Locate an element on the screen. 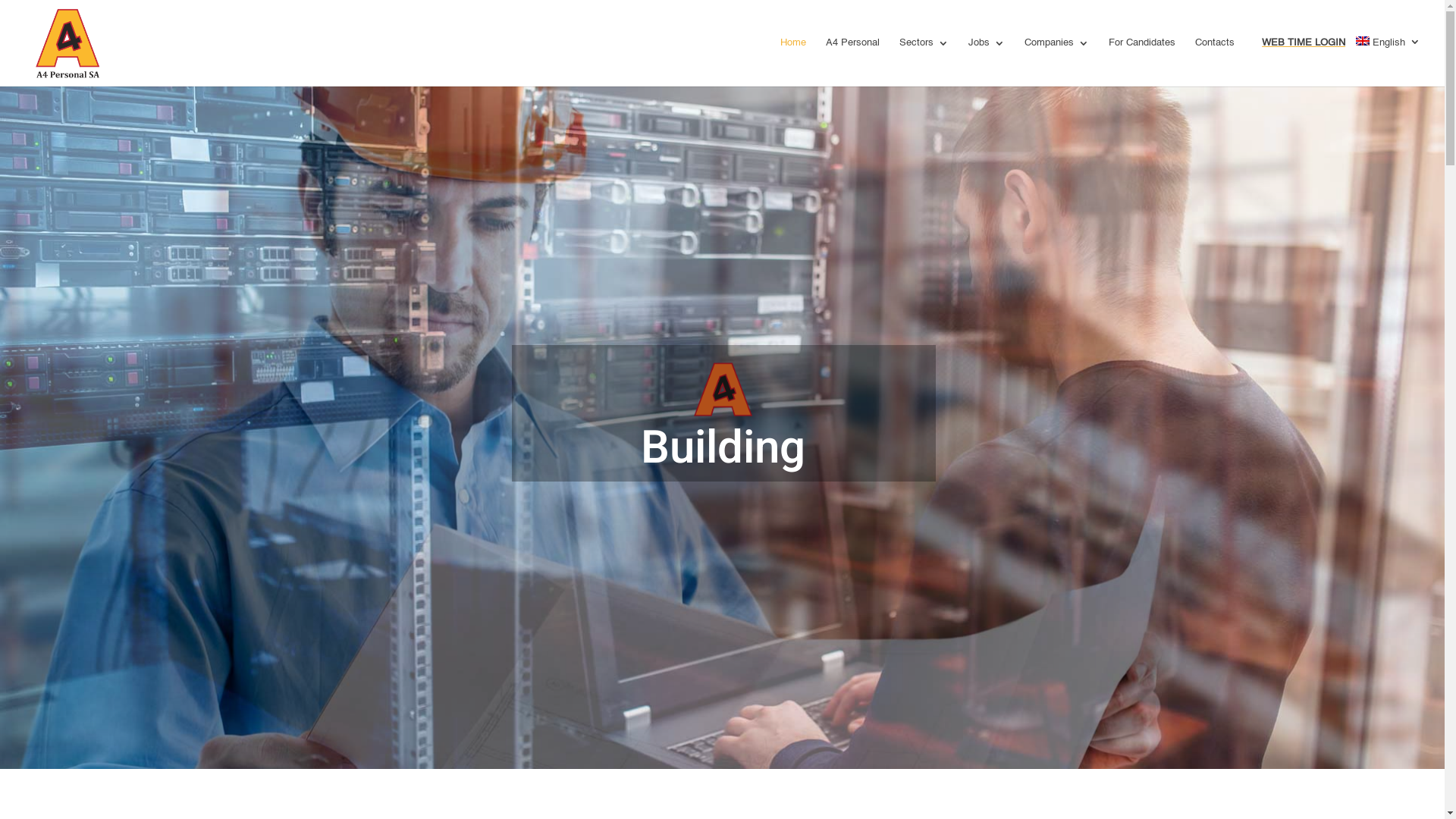 The height and width of the screenshot is (819, 1456). 'English' is located at coordinates (1388, 58).